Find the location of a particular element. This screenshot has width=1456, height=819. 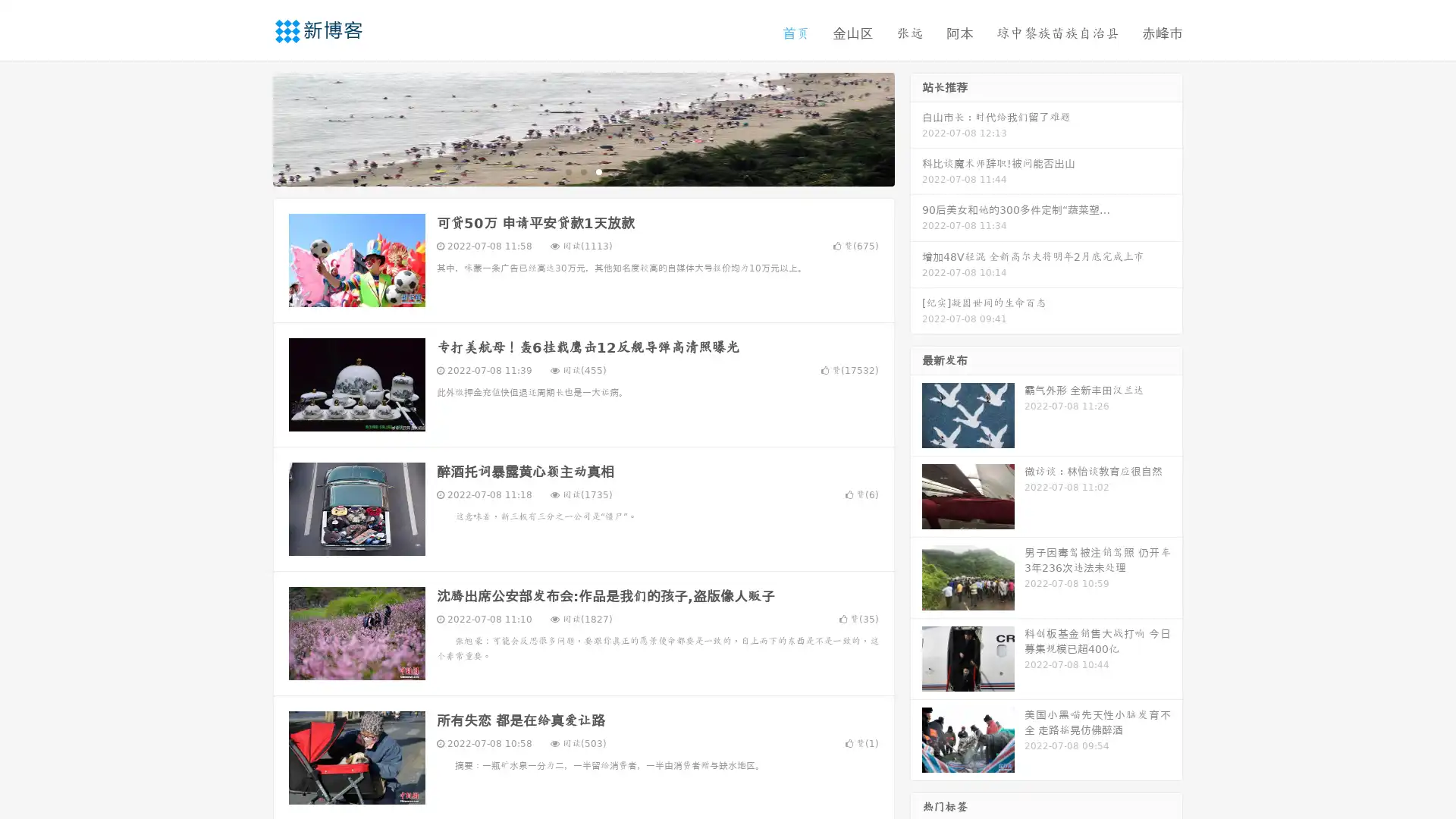

Go to slide 2 is located at coordinates (582, 171).